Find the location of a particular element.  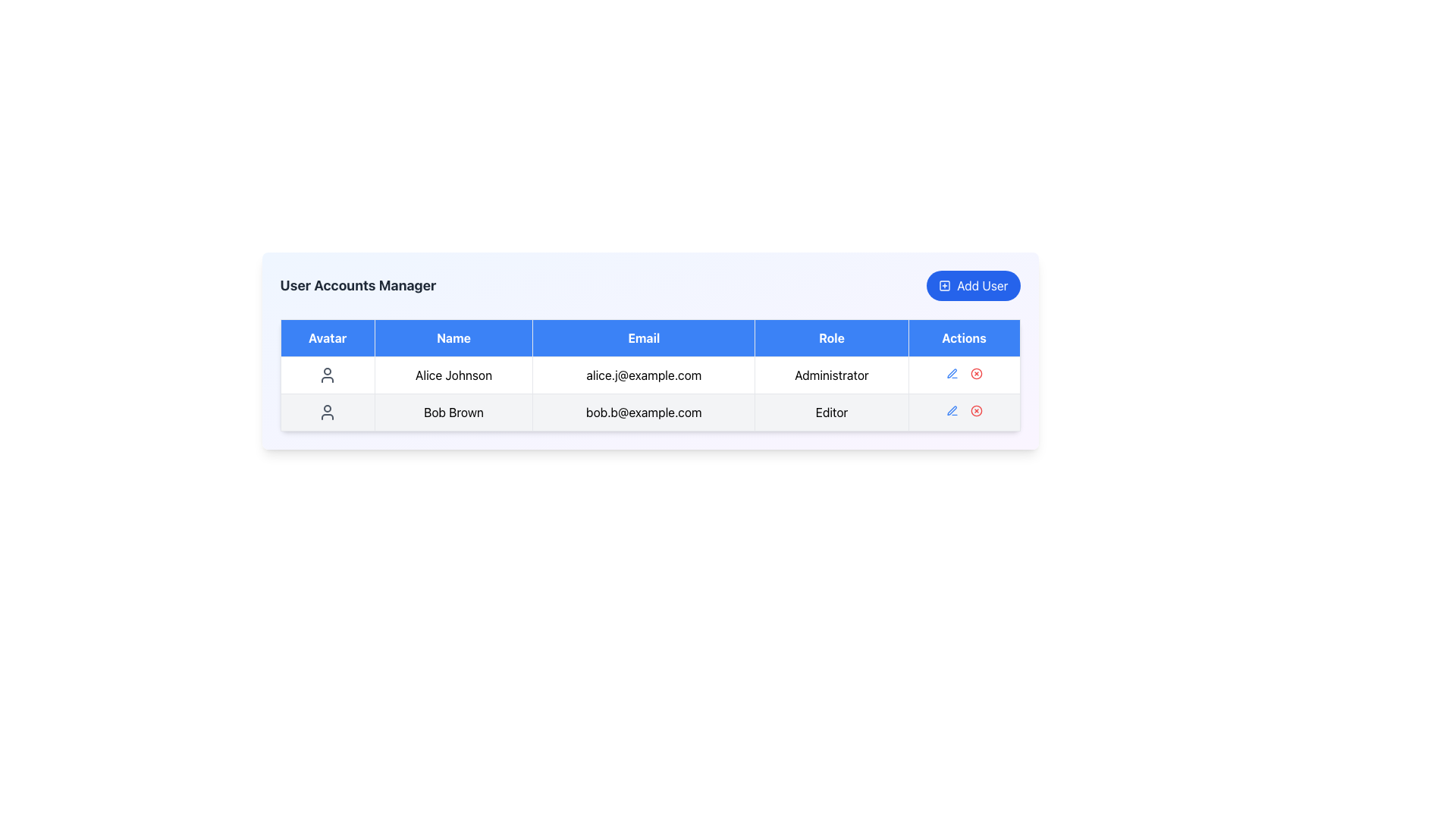

text displayed in the Text Display Field that shows the email address 'bob.b@example.com' located in the 'Email' column of the table under 'Bob Brown' is located at coordinates (644, 412).